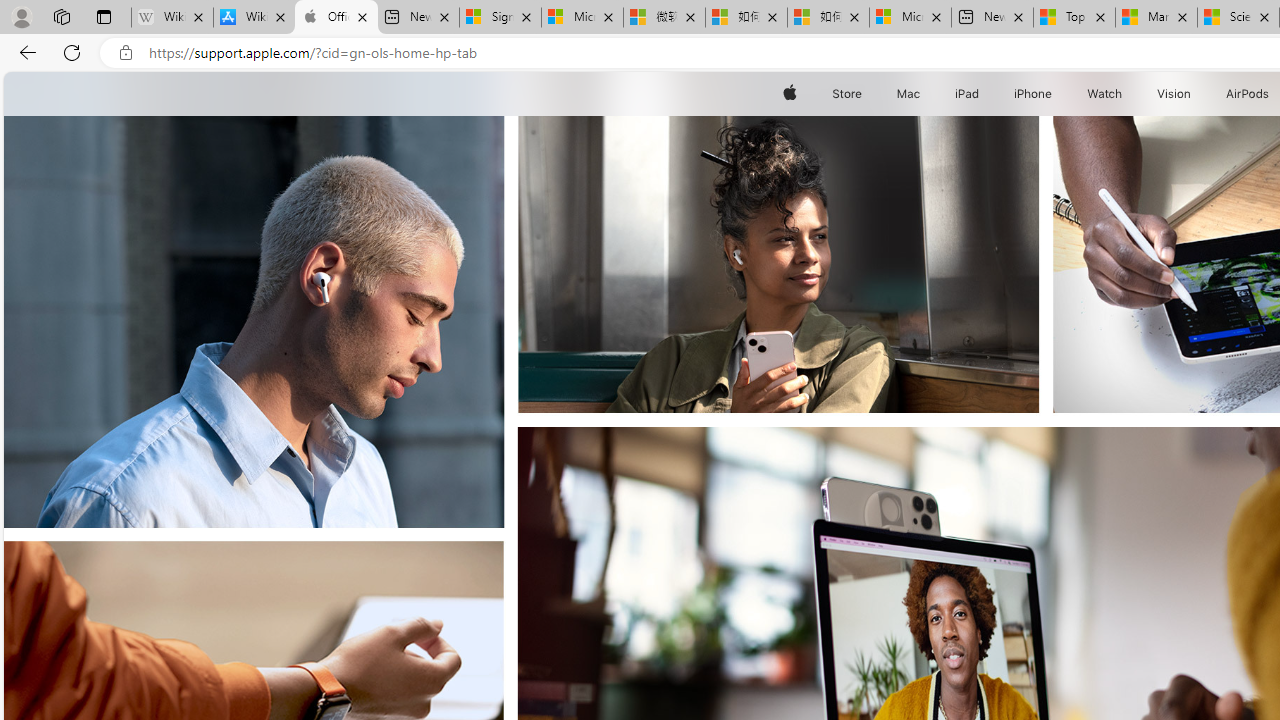 The width and height of the screenshot is (1280, 720). Describe the element at coordinates (1055, 93) in the screenshot. I see `'iPhone menu'` at that location.